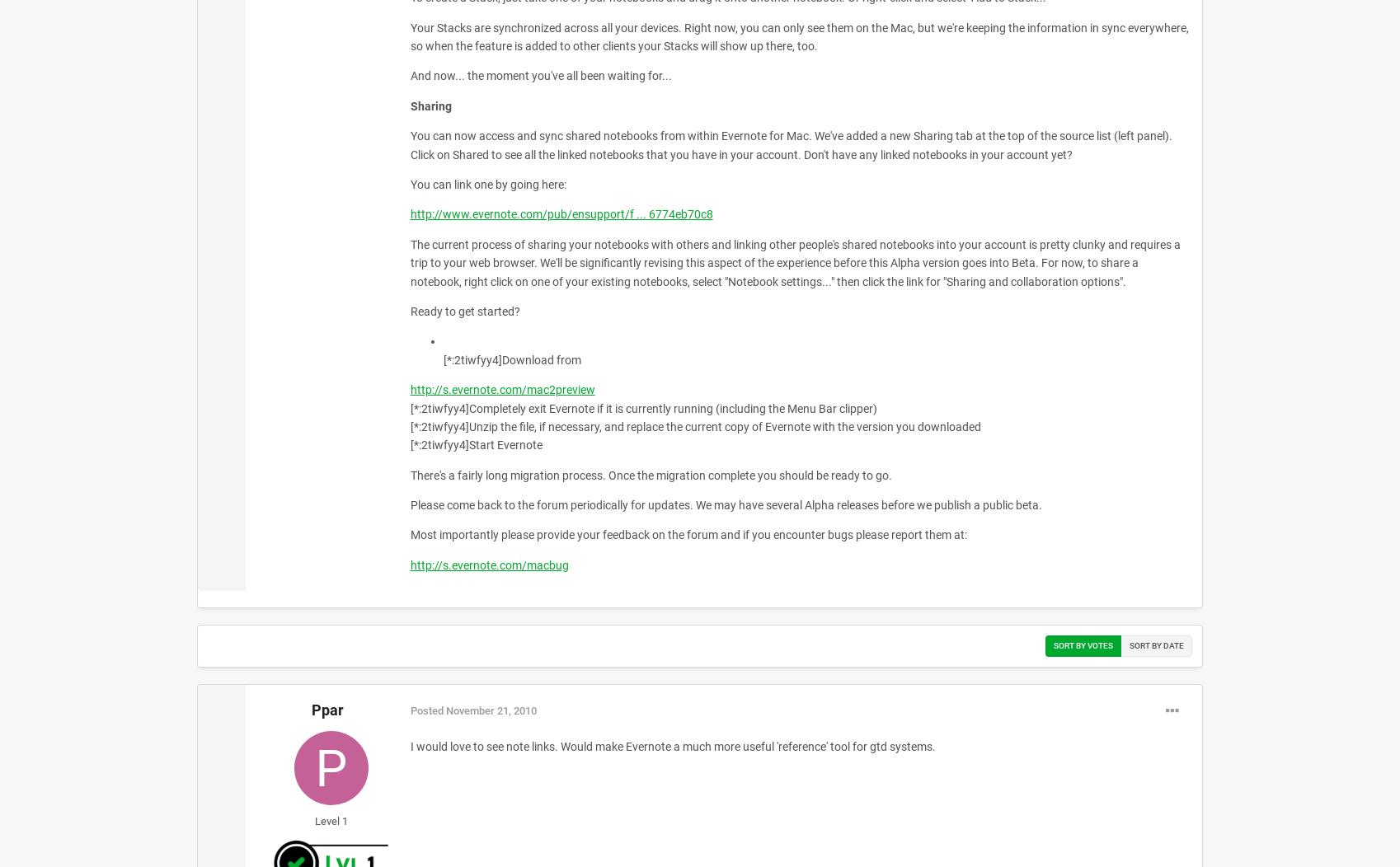  I want to click on '[*:2tiwfyy4]Start Evernote', so click(475, 444).